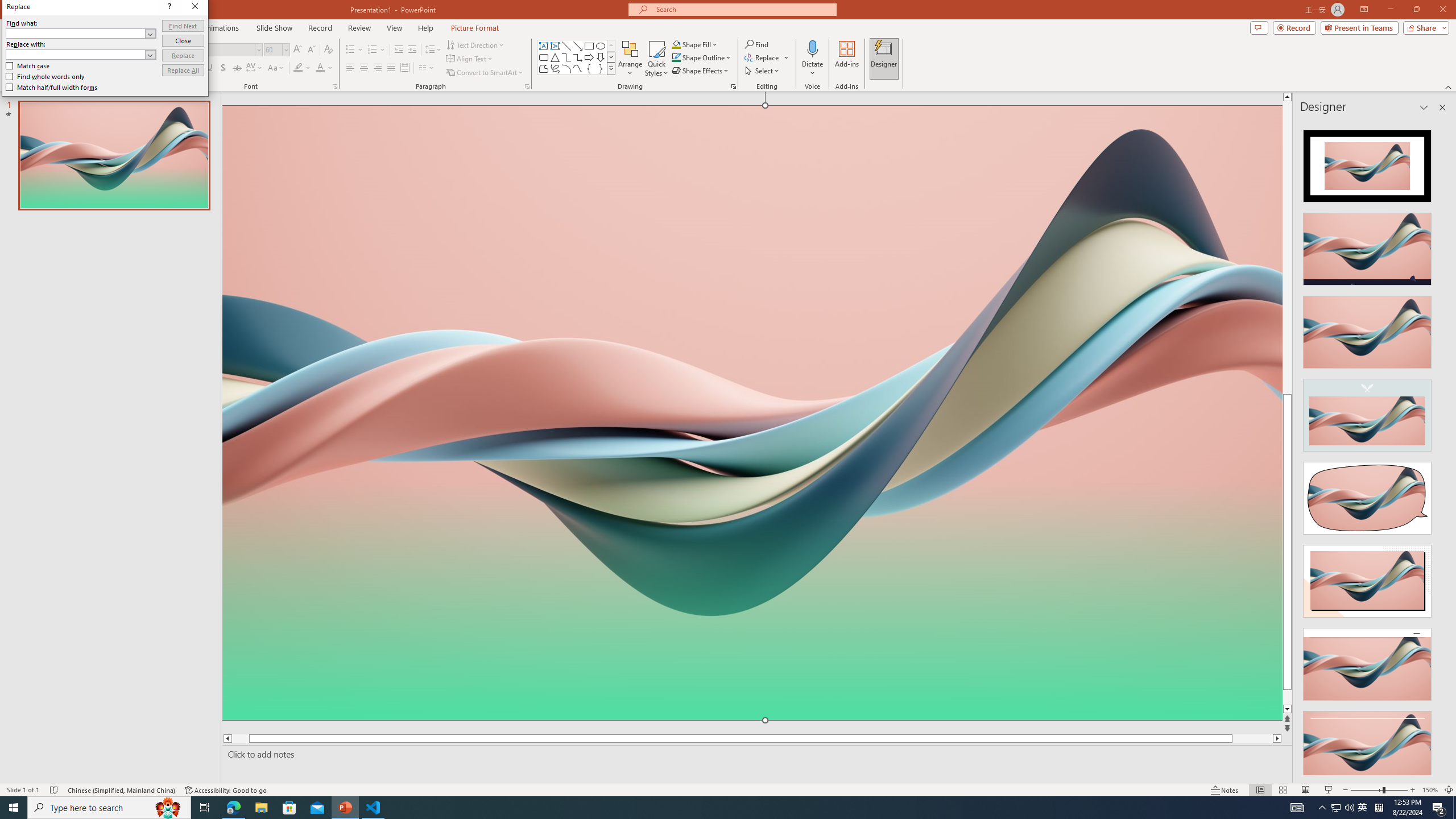 The image size is (1456, 819). What do you see at coordinates (1366, 162) in the screenshot?
I see `'Recommended Design: Design Idea'` at bounding box center [1366, 162].